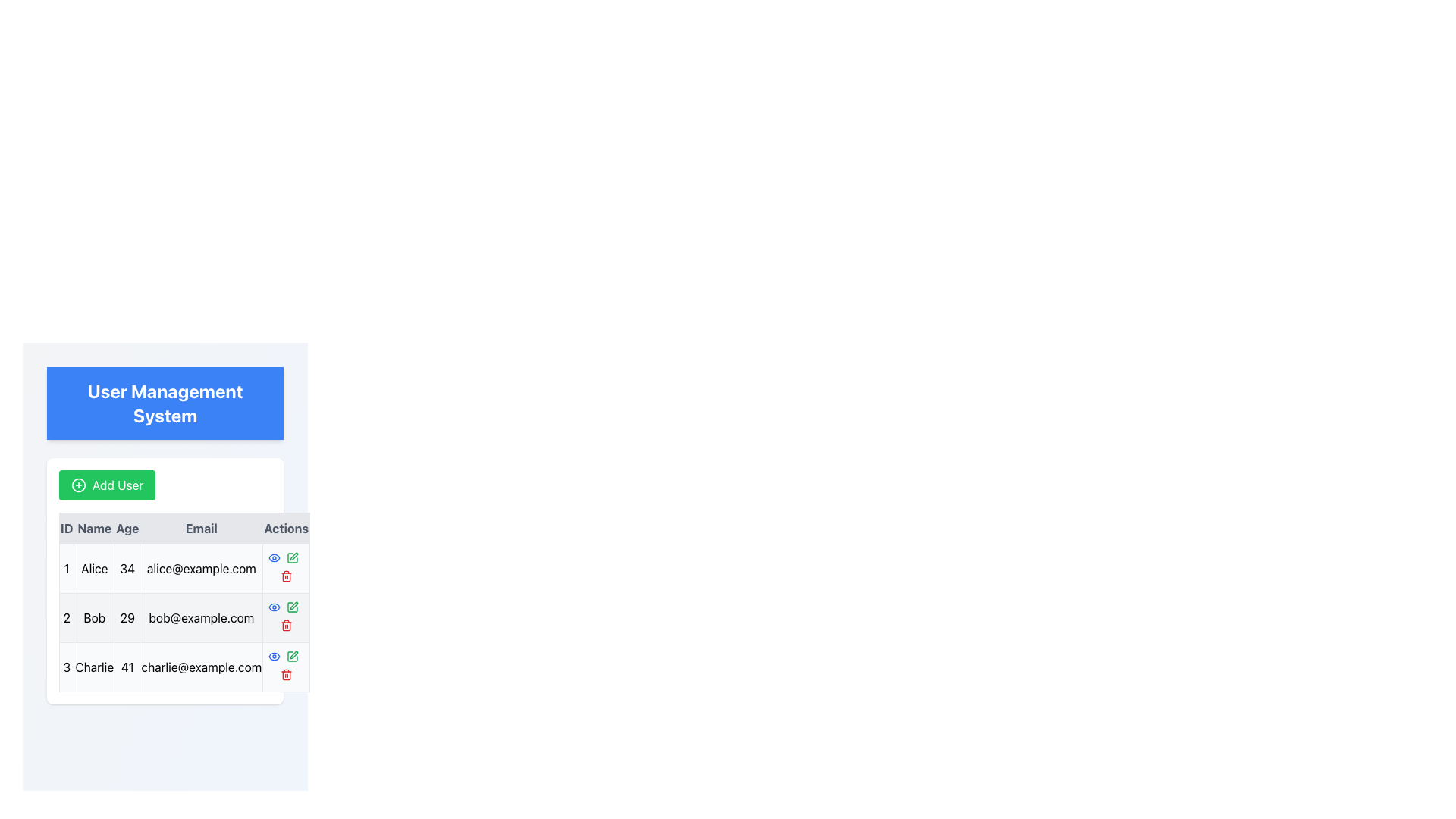 The height and width of the screenshot is (819, 1456). What do you see at coordinates (127, 666) in the screenshot?
I see `the table cell displaying the age of the user 'Charlie', located` at bounding box center [127, 666].